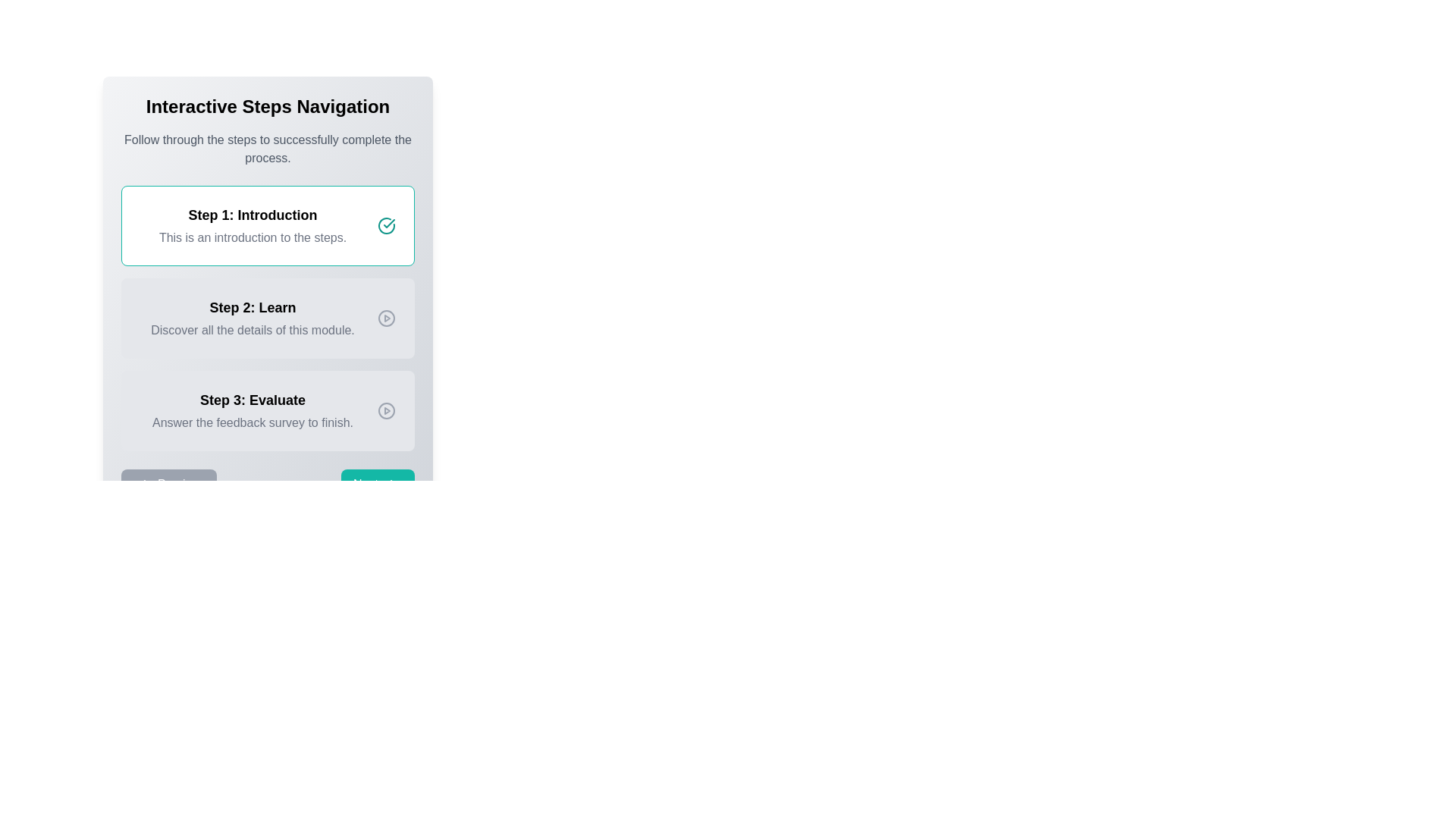  What do you see at coordinates (253, 400) in the screenshot?
I see `the text label reading 'Step 3: Evaluate', which is styled in large bold black font on a light gray background and is the third entry in a list of step descriptions` at bounding box center [253, 400].